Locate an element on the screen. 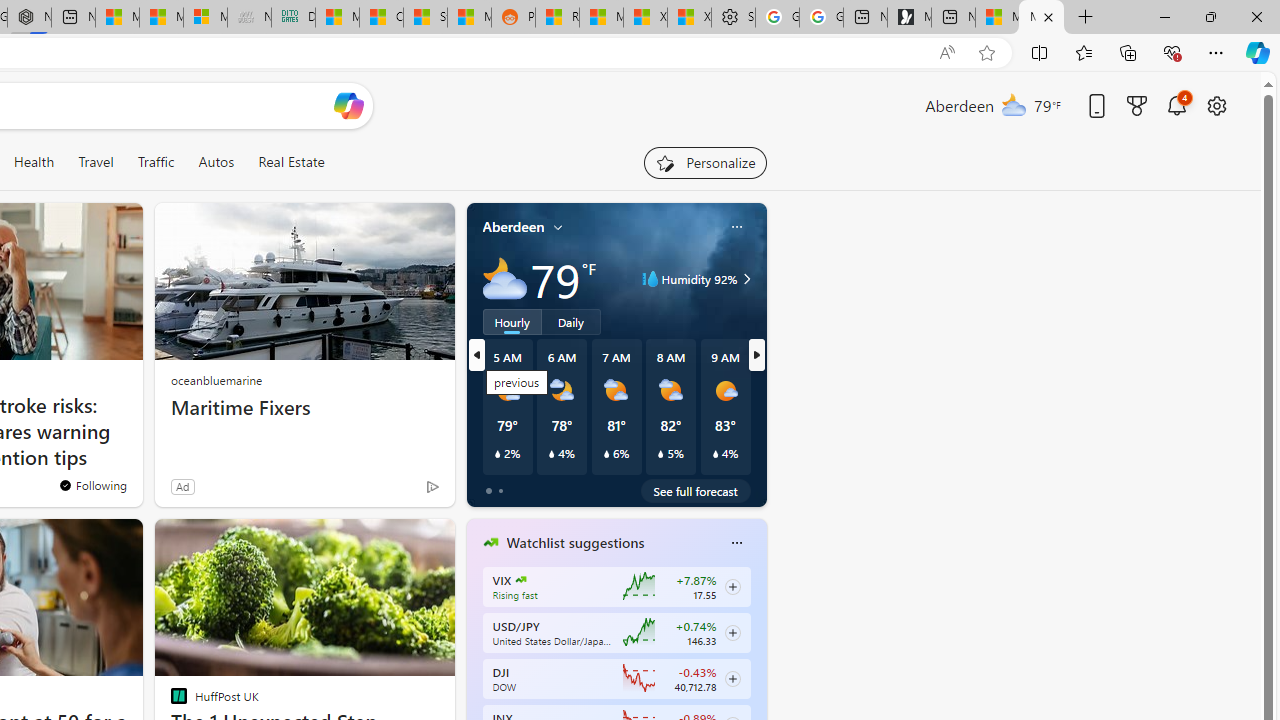  'My location' is located at coordinates (558, 226).